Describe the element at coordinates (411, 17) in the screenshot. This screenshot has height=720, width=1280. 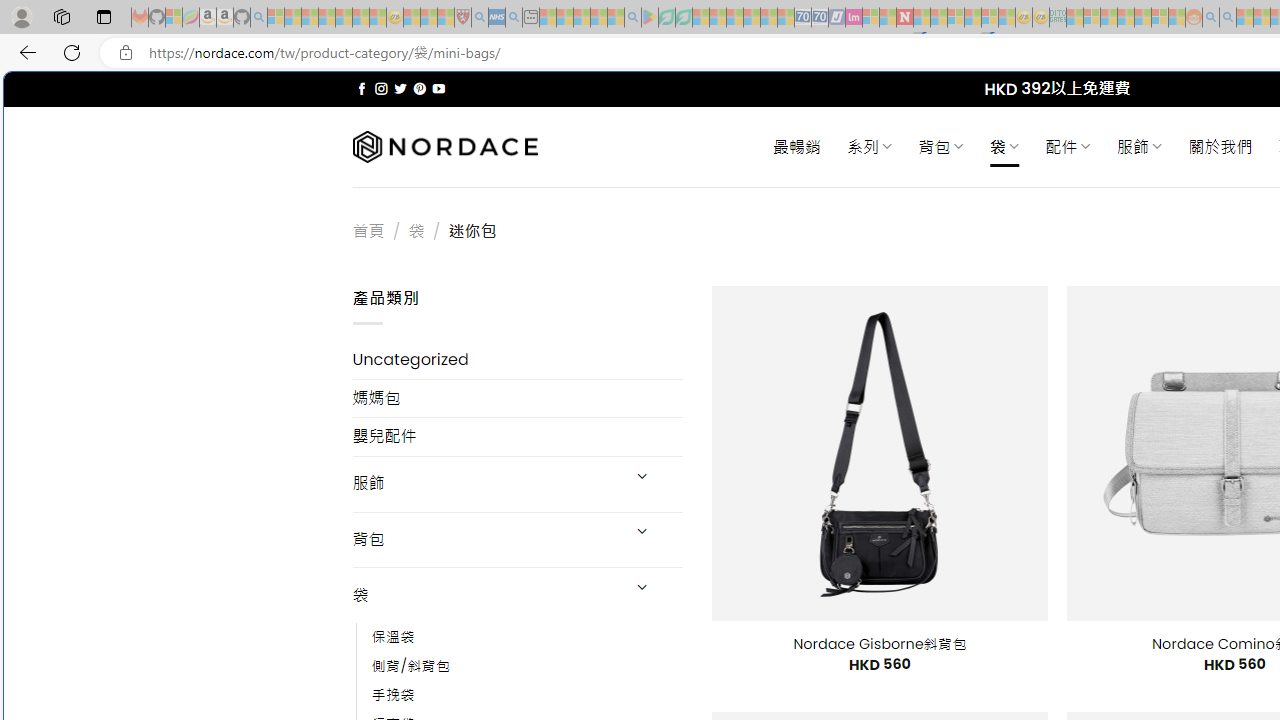
I see `'Recipes - MSN - Sleeping'` at that location.